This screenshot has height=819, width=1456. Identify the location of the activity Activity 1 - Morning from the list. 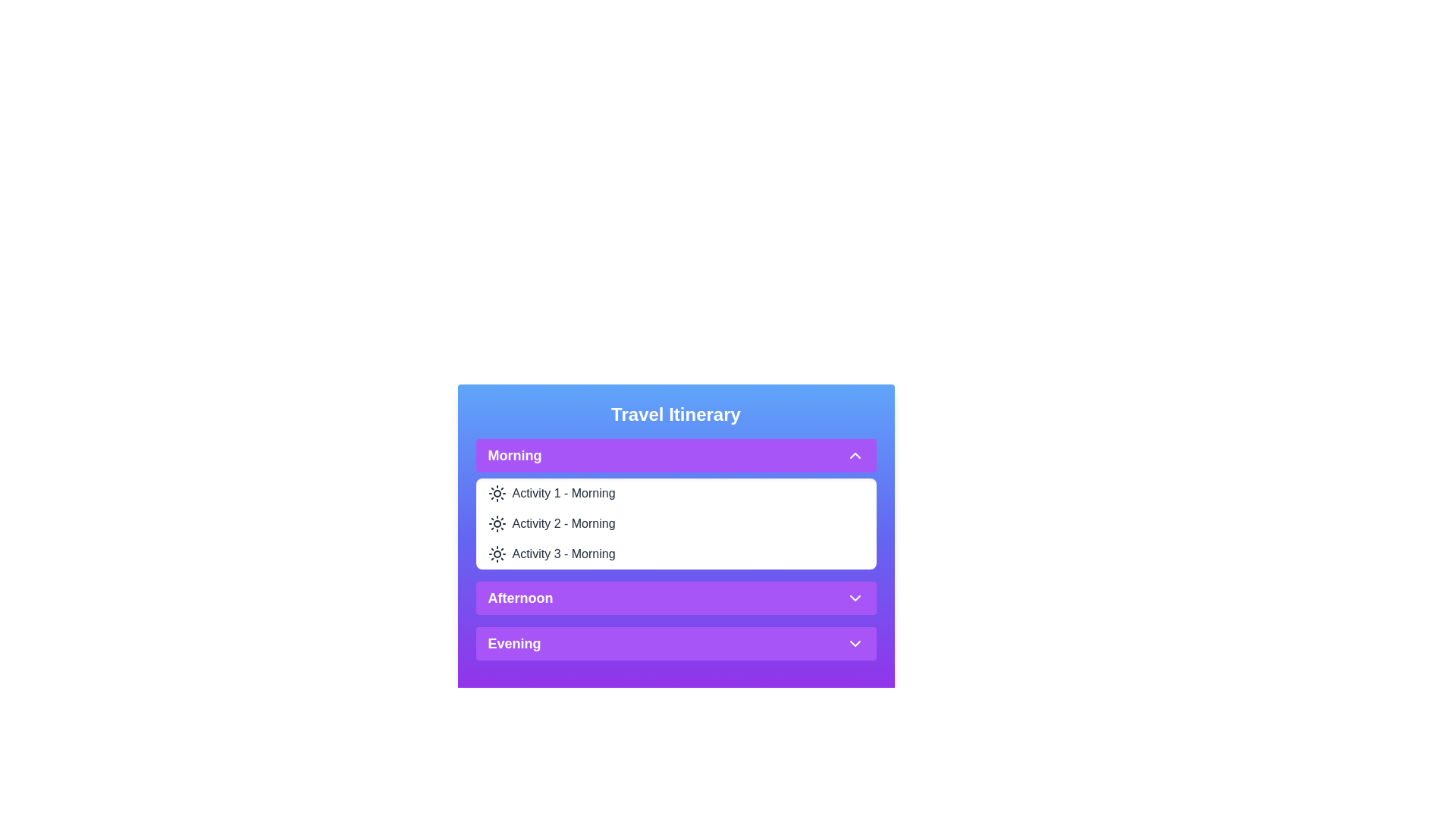
(563, 494).